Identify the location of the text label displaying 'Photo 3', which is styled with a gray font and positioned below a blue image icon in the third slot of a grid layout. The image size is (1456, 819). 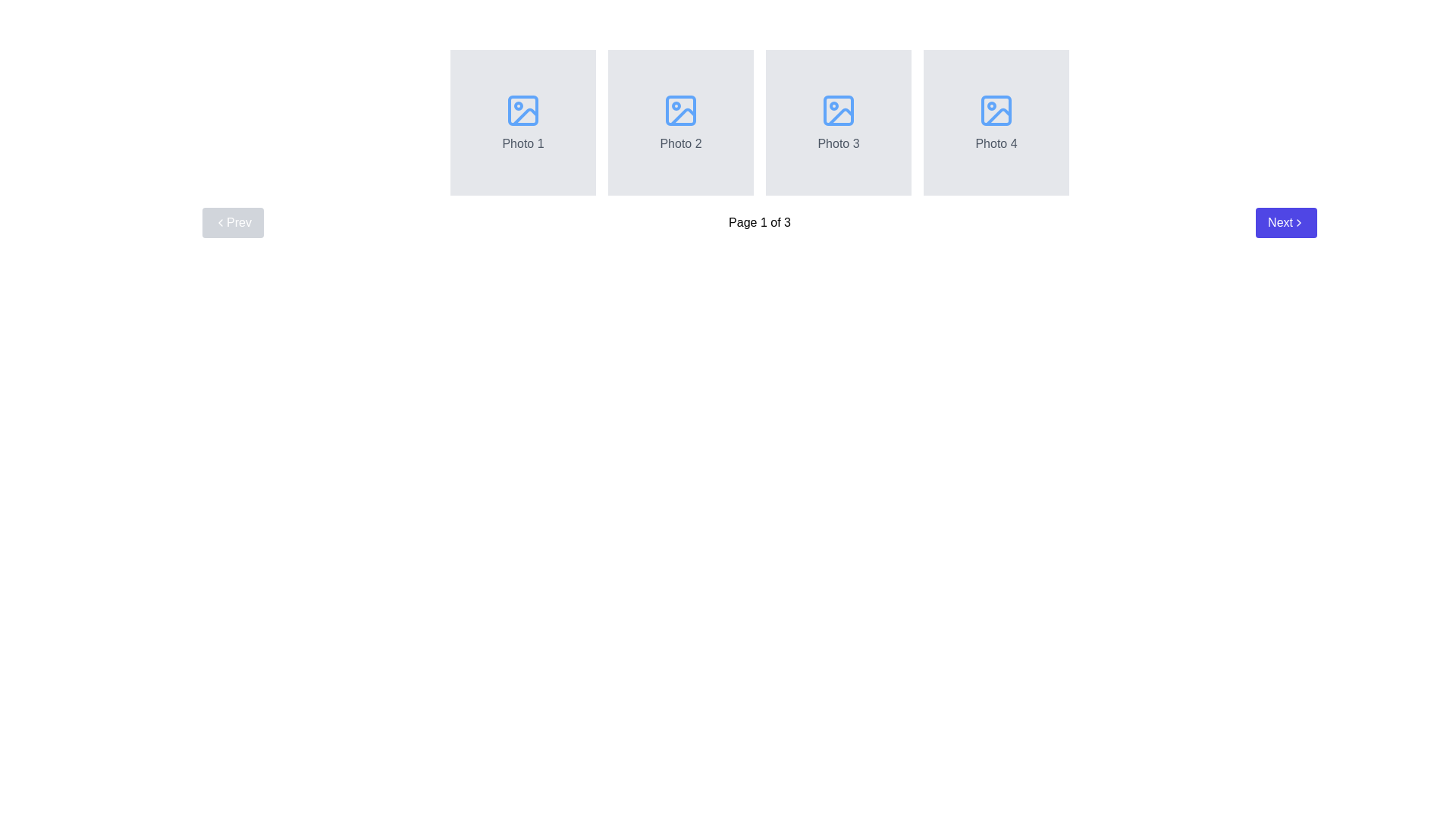
(837, 143).